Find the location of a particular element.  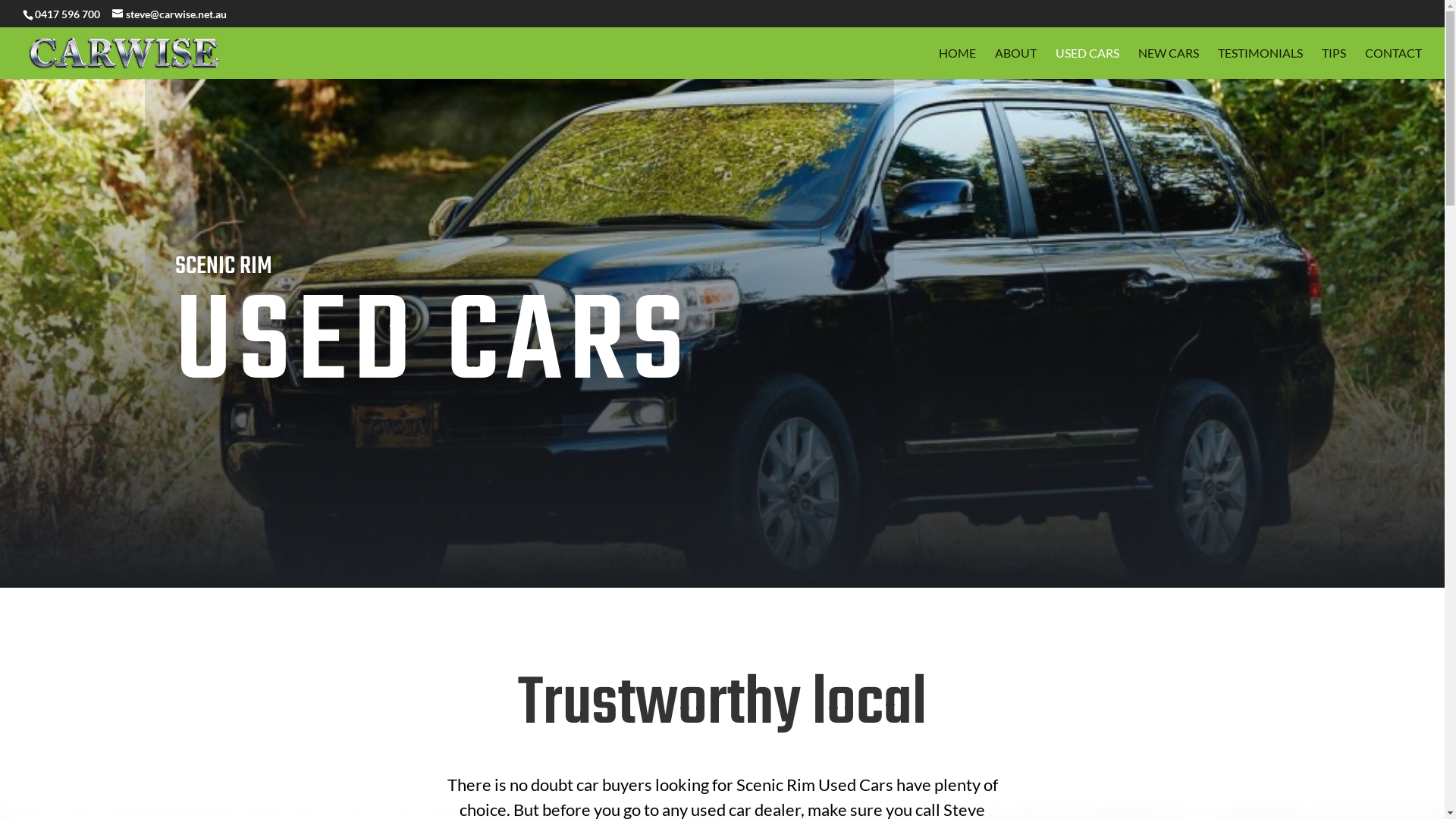

'TESTIMONIALS' is located at coordinates (1218, 62).